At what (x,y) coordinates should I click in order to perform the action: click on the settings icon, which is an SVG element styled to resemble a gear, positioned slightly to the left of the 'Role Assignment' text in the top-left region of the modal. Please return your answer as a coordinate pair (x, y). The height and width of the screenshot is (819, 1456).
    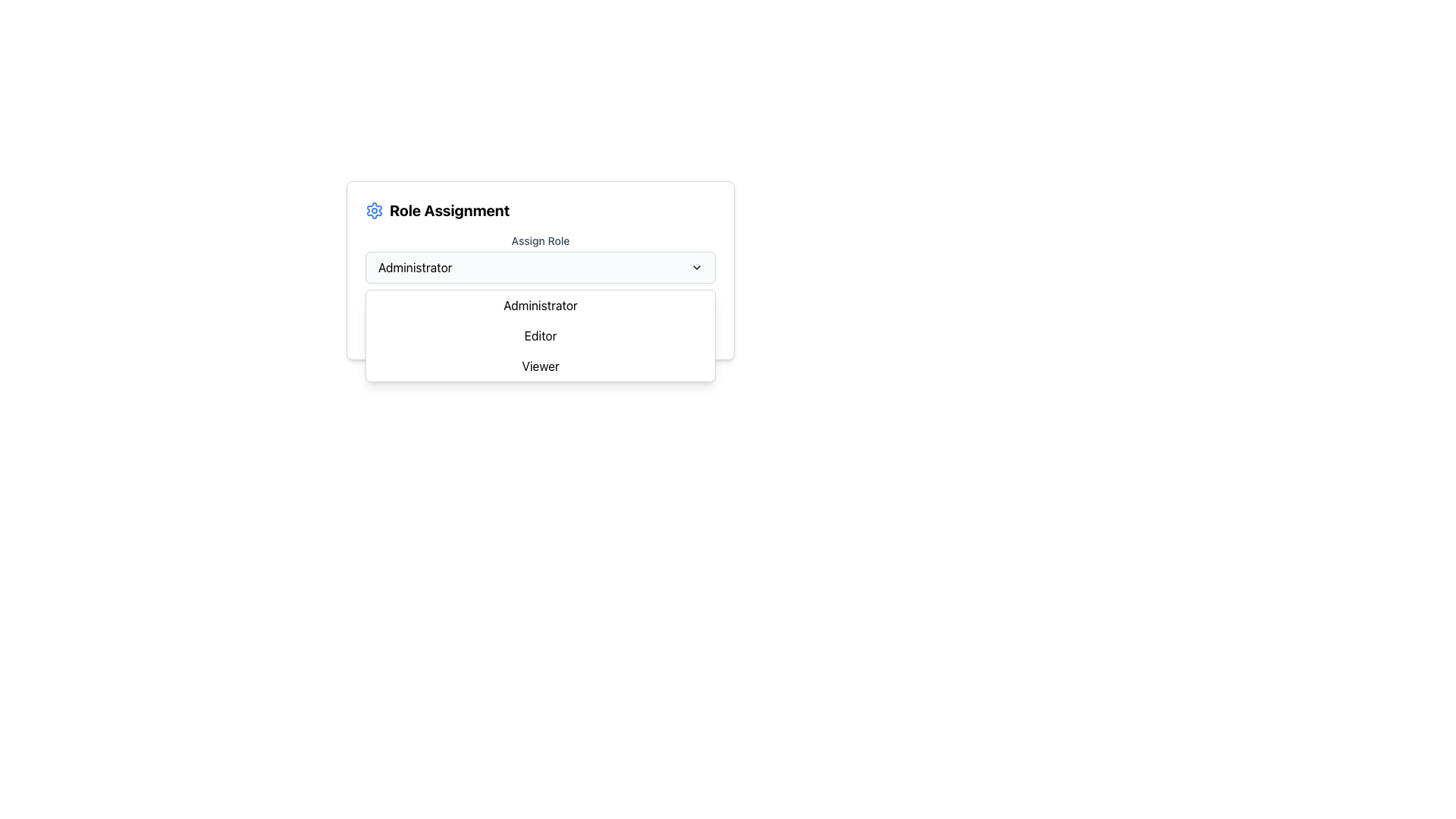
    Looking at the image, I should click on (375, 210).